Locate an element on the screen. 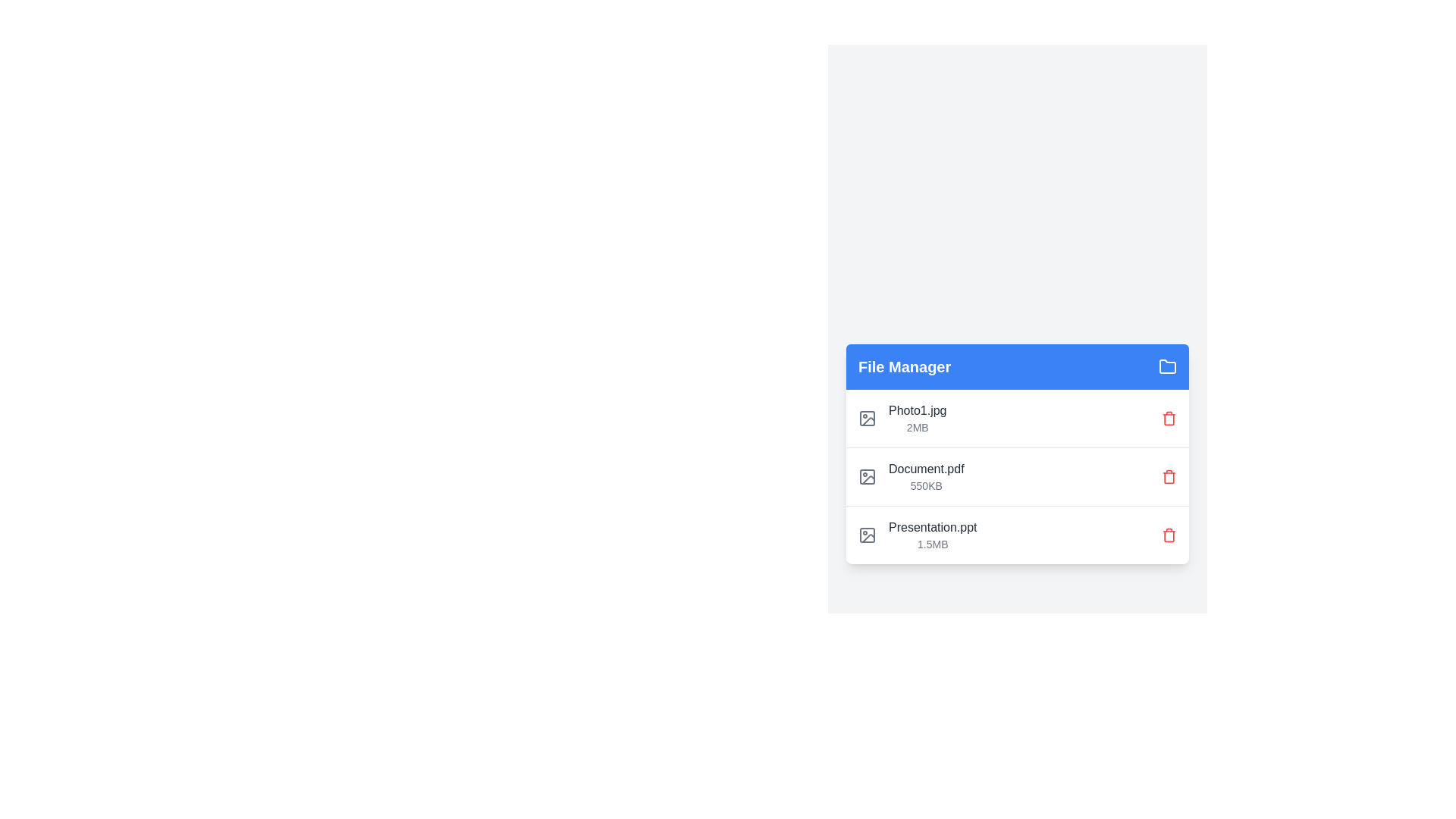  the text label displaying the file size '2MB', which is styled in gray and located beneath the filename 'Photo1.jpg' in the file details section is located at coordinates (917, 427).